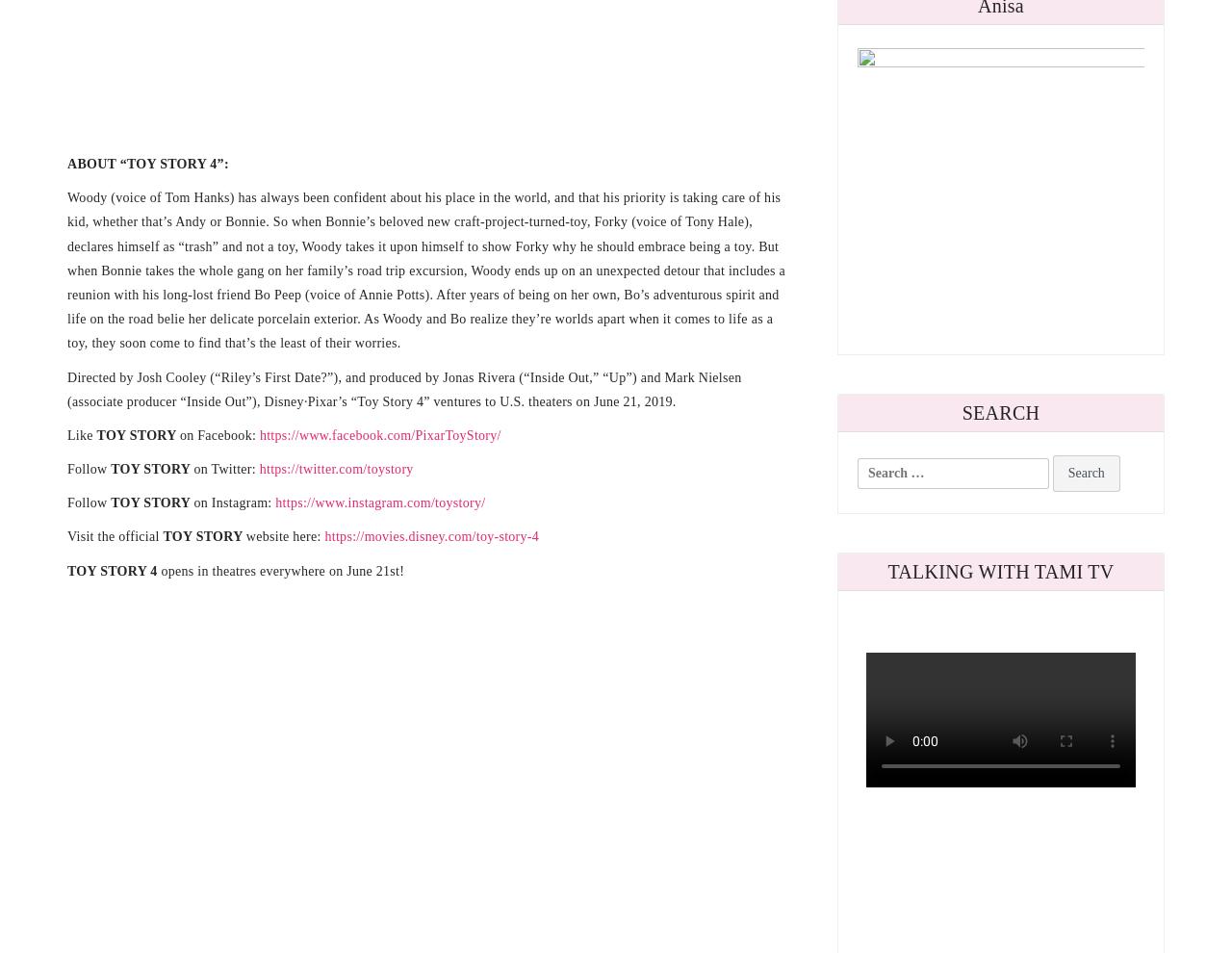 This screenshot has width=1232, height=953. Describe the element at coordinates (114, 536) in the screenshot. I see `'Visit the official'` at that location.